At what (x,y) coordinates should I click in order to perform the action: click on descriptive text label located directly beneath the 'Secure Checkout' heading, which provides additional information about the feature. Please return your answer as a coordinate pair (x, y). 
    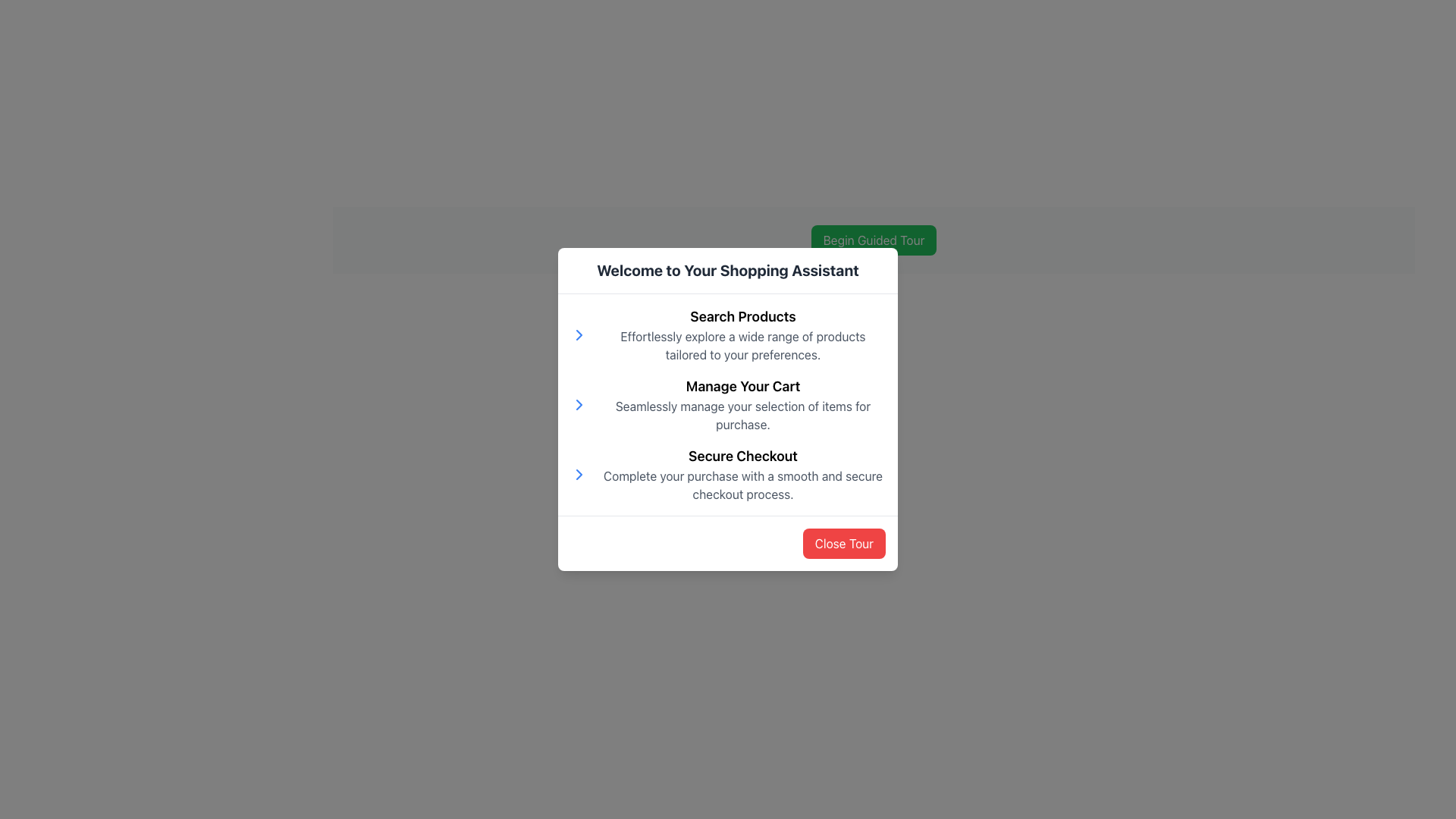
    Looking at the image, I should click on (742, 485).